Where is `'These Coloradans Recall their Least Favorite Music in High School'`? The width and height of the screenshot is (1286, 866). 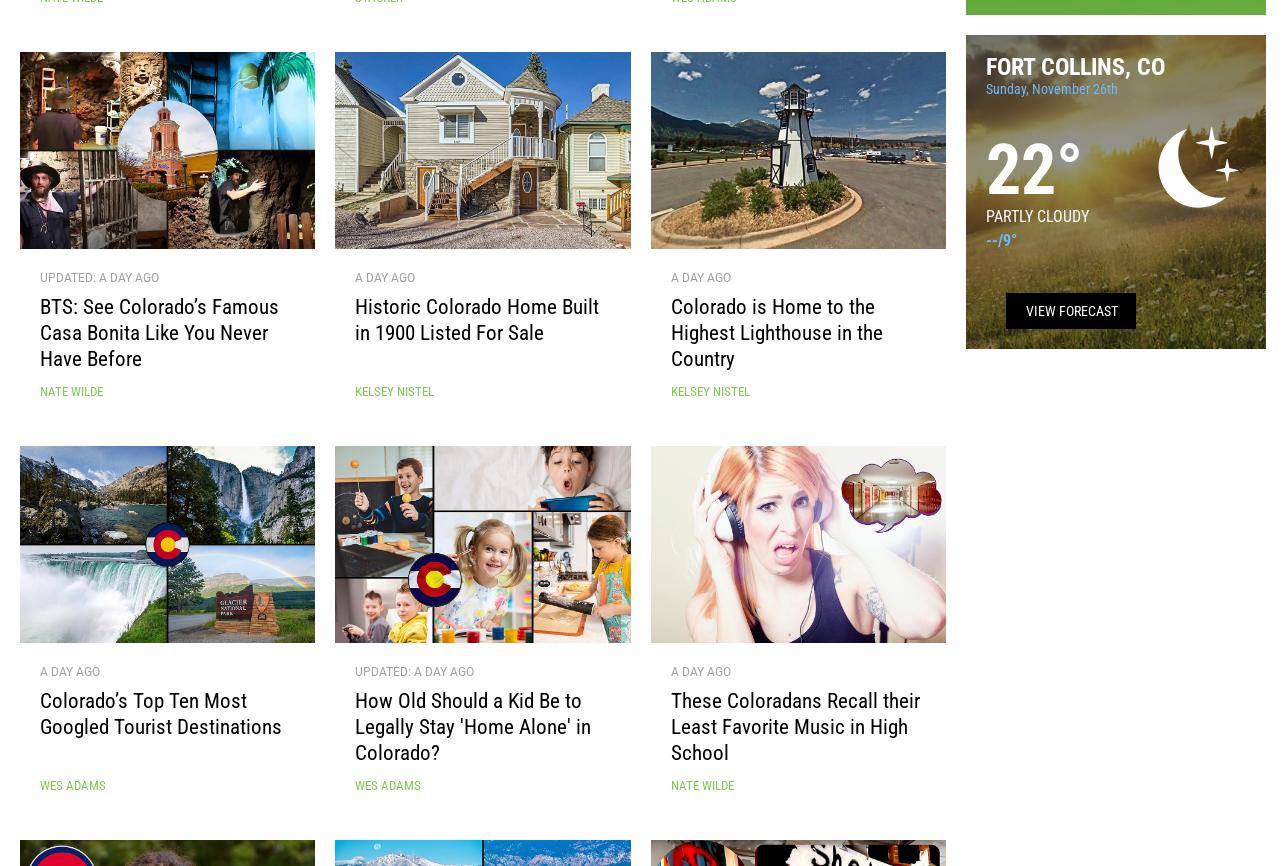
'These Coloradans Recall their Least Favorite Music in High School' is located at coordinates (794, 733).